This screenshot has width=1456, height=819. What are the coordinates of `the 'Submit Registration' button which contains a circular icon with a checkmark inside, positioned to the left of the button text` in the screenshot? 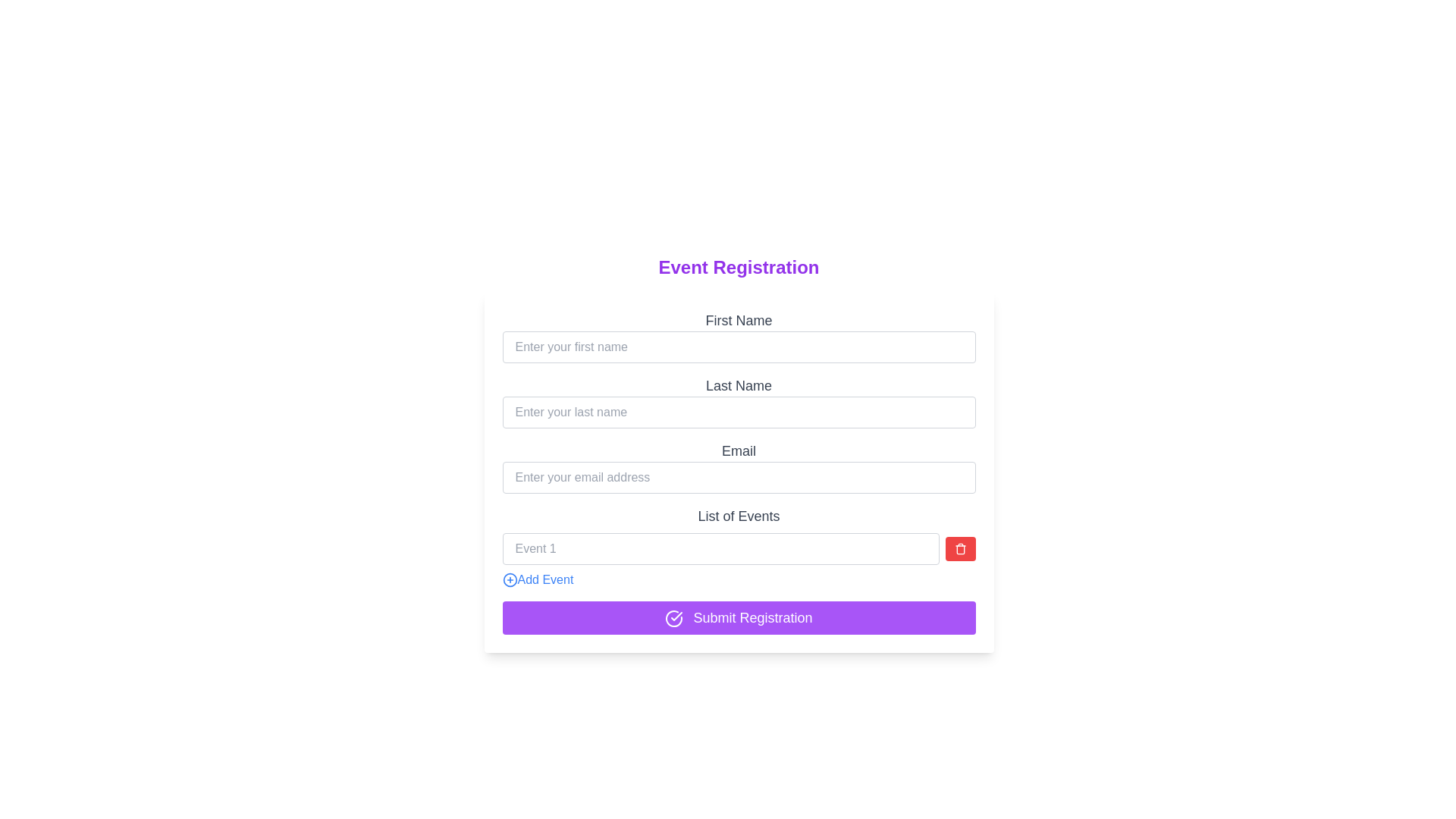 It's located at (673, 619).